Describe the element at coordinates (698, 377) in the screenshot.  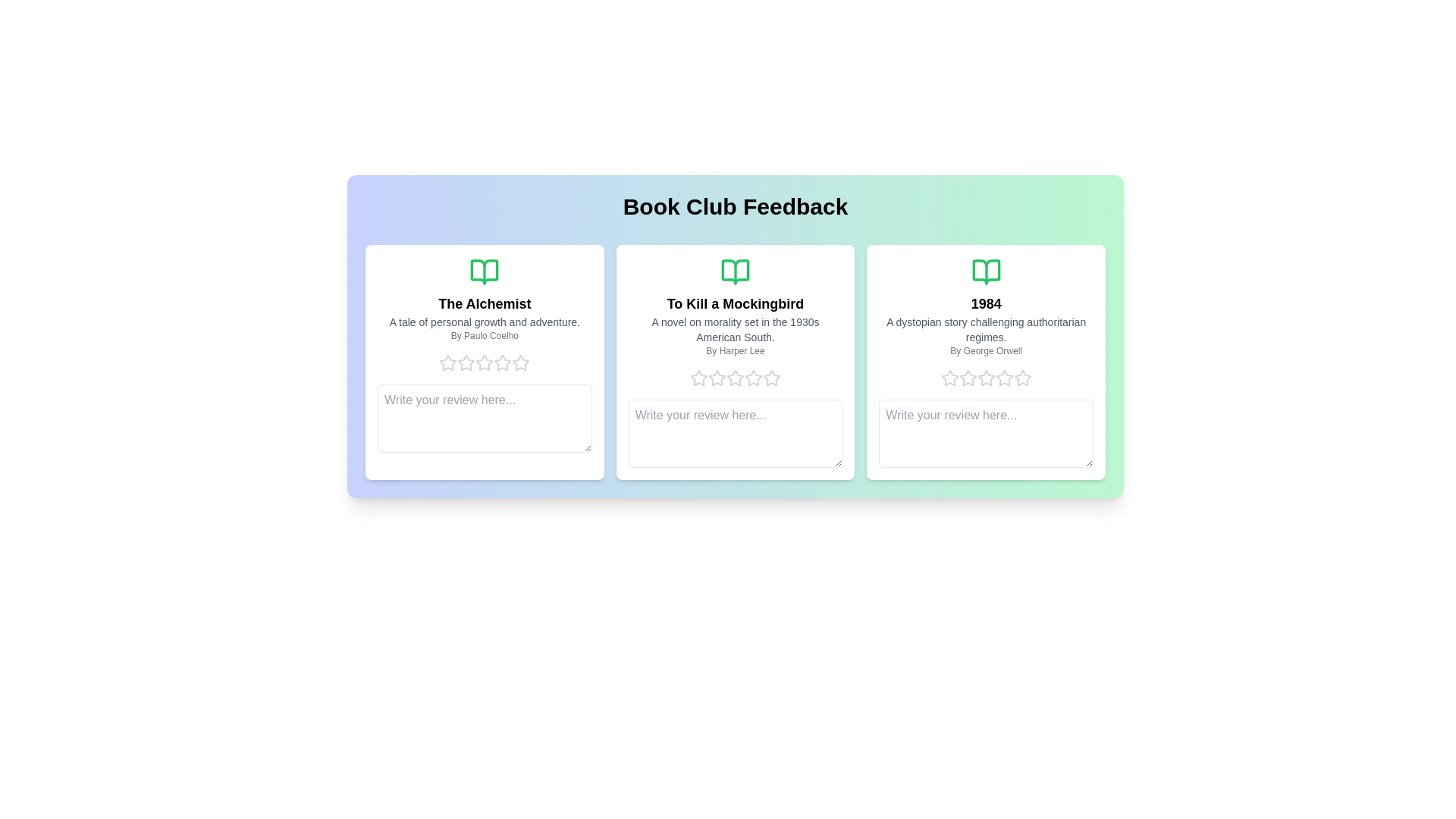
I see `the first star icon in the rating component of the middle book review card to provide a rating` at that location.